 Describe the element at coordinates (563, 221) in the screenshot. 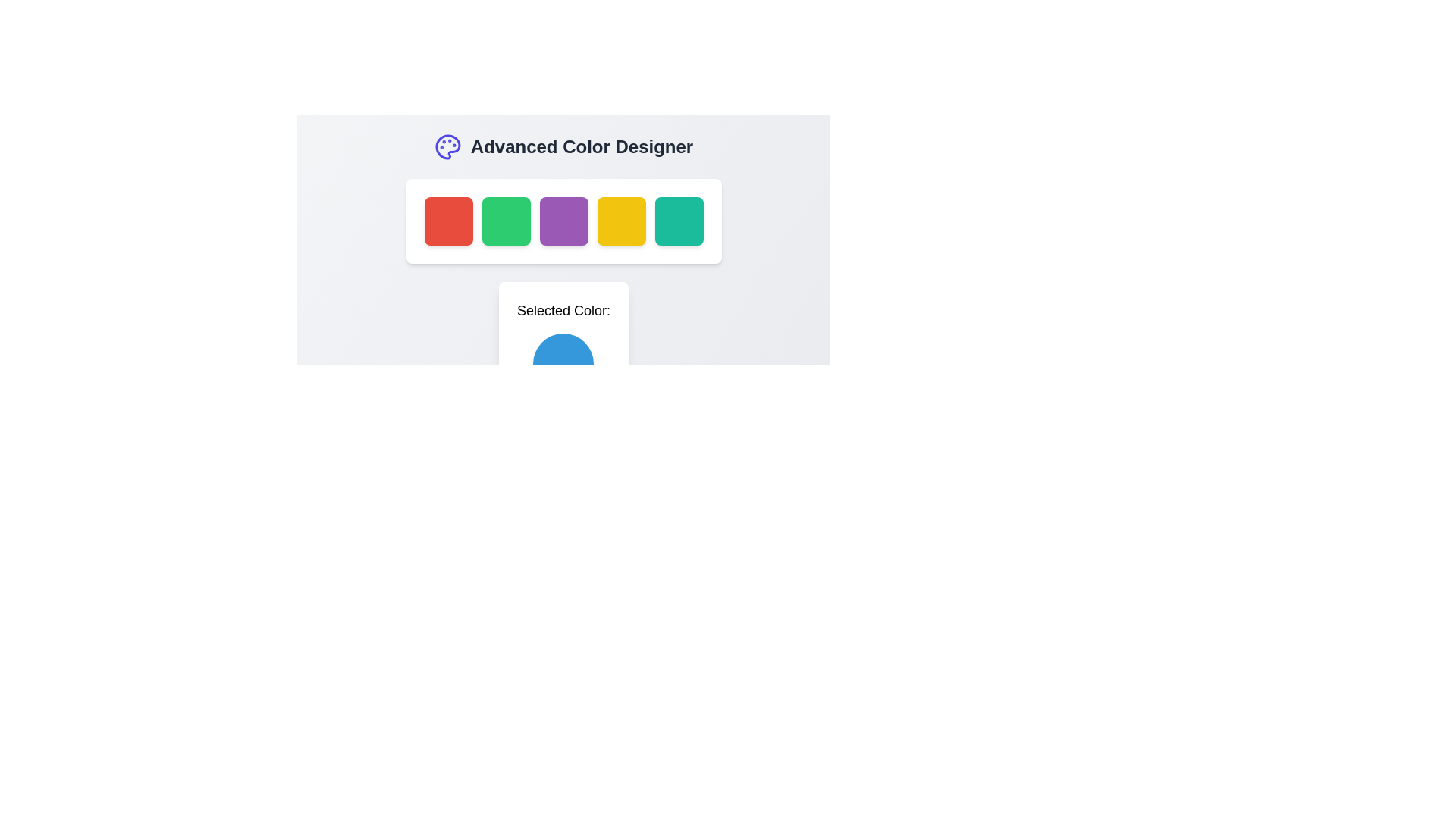

I see `the selectable visual indicator located in the center position of a sequence of five squares` at that location.